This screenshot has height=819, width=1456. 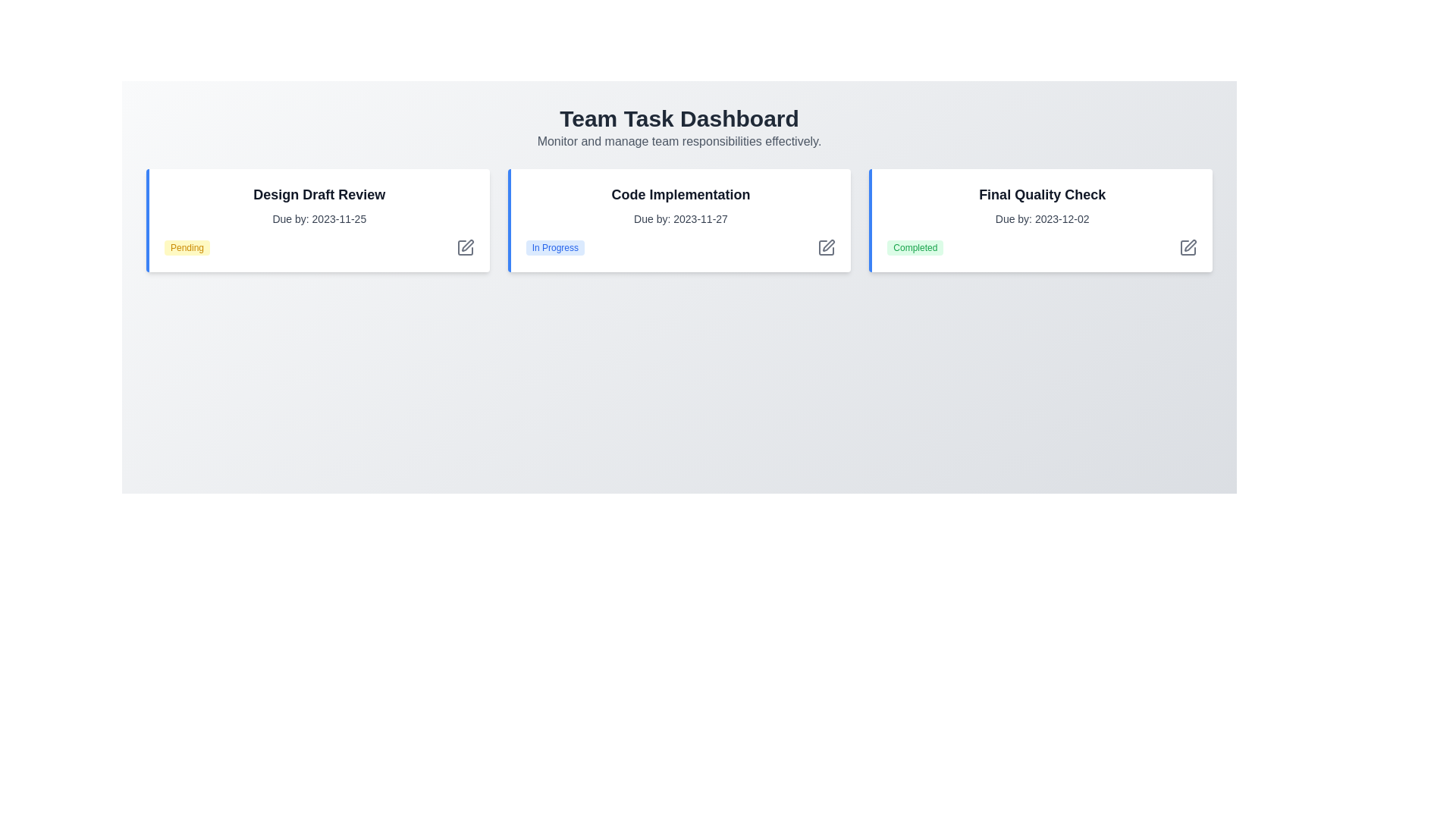 What do you see at coordinates (679, 247) in the screenshot?
I see `the 'In Progress' status tag located at the lower section of the 'Code Implementation' card, aligned to the left side` at bounding box center [679, 247].